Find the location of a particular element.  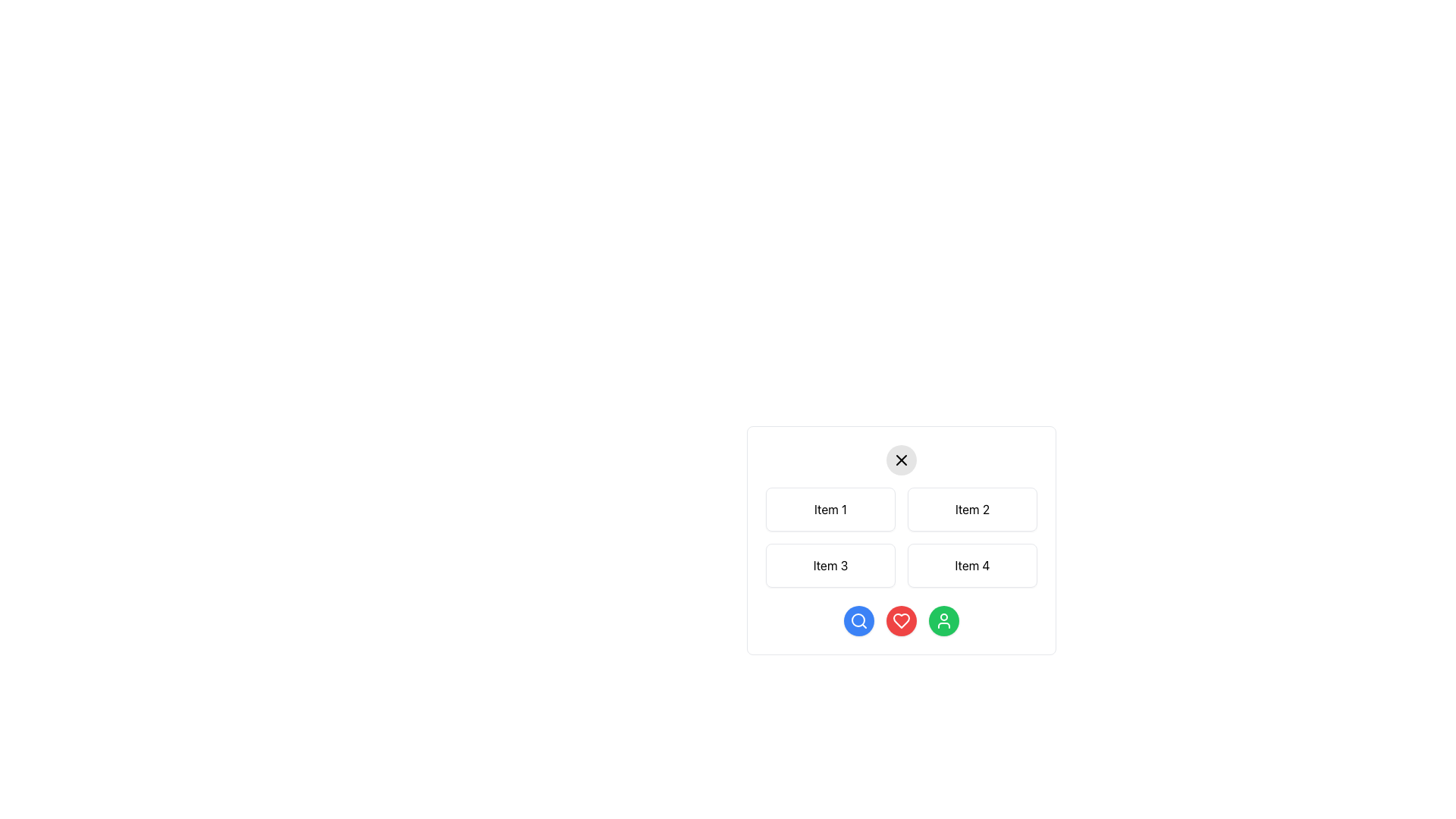

one of the items in the grid labeled 'Item 1', 'Item 2', 'Item 3', or 'Item 4' is located at coordinates (902, 566).